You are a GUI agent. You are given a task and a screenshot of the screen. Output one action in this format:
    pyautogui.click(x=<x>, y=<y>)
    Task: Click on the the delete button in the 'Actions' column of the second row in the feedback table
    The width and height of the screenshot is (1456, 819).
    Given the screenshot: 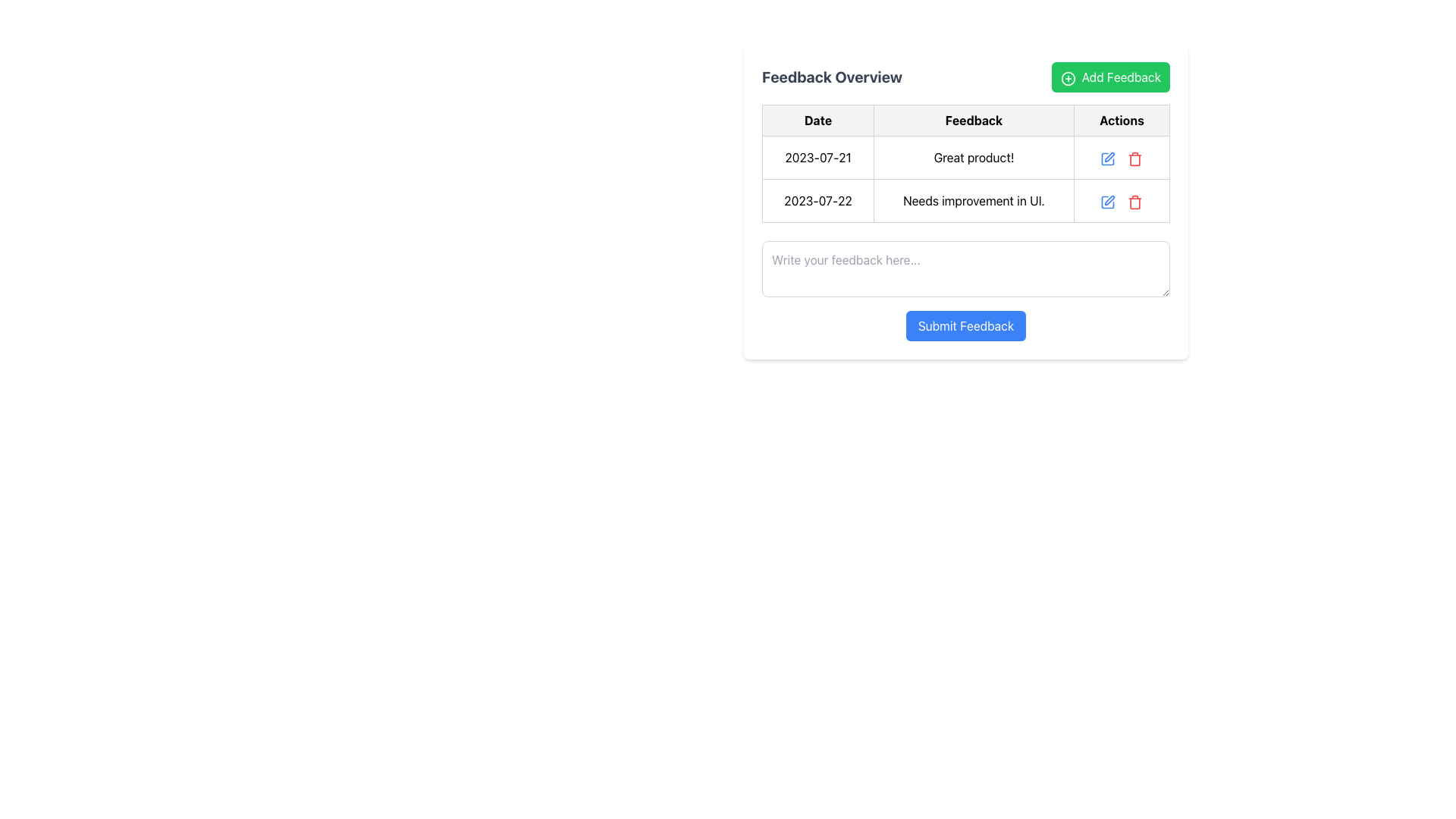 What is the action you would take?
    pyautogui.click(x=1135, y=200)
    